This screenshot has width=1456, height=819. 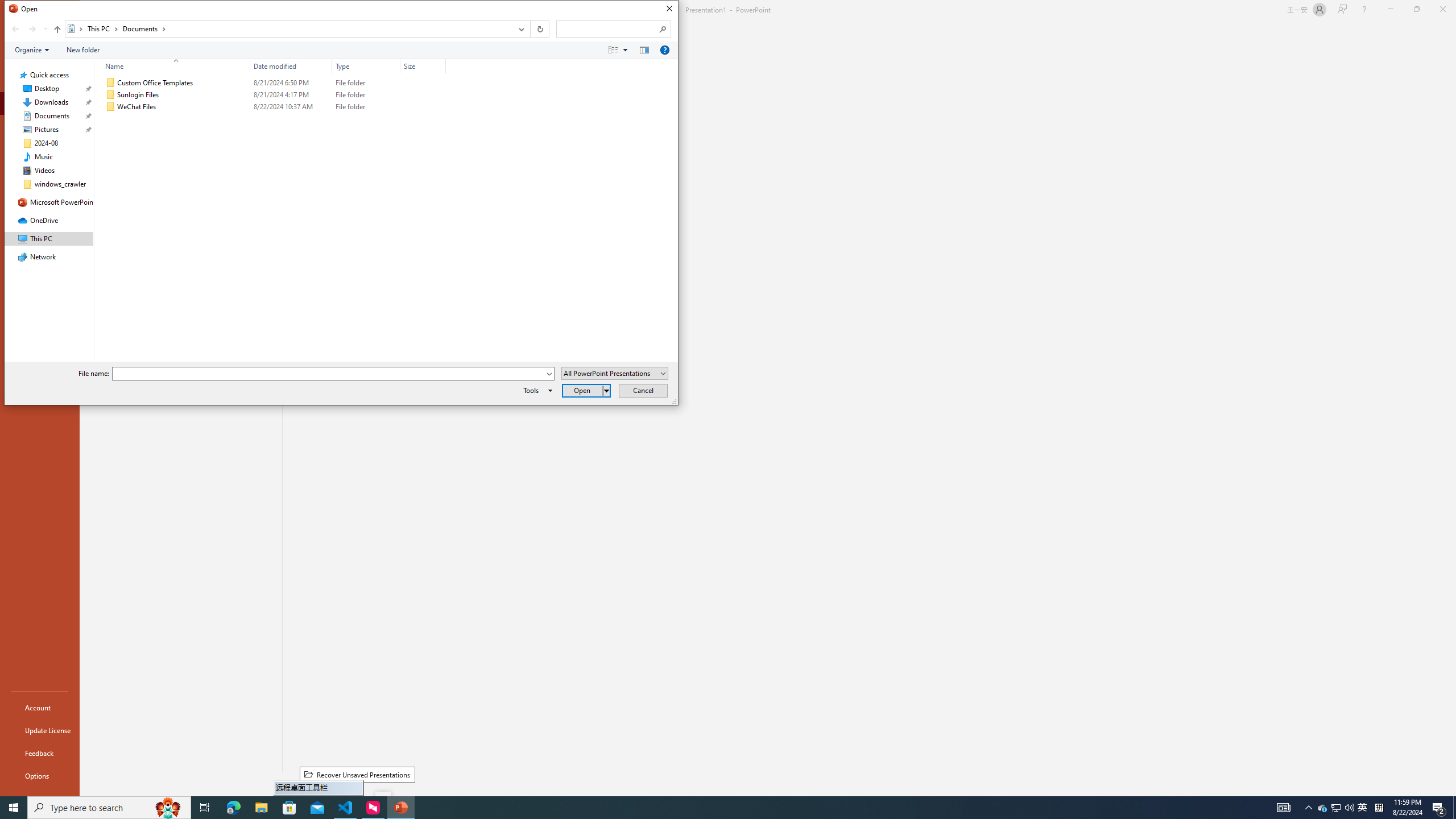 I want to click on 'WeChat Files', so click(x=274, y=106).